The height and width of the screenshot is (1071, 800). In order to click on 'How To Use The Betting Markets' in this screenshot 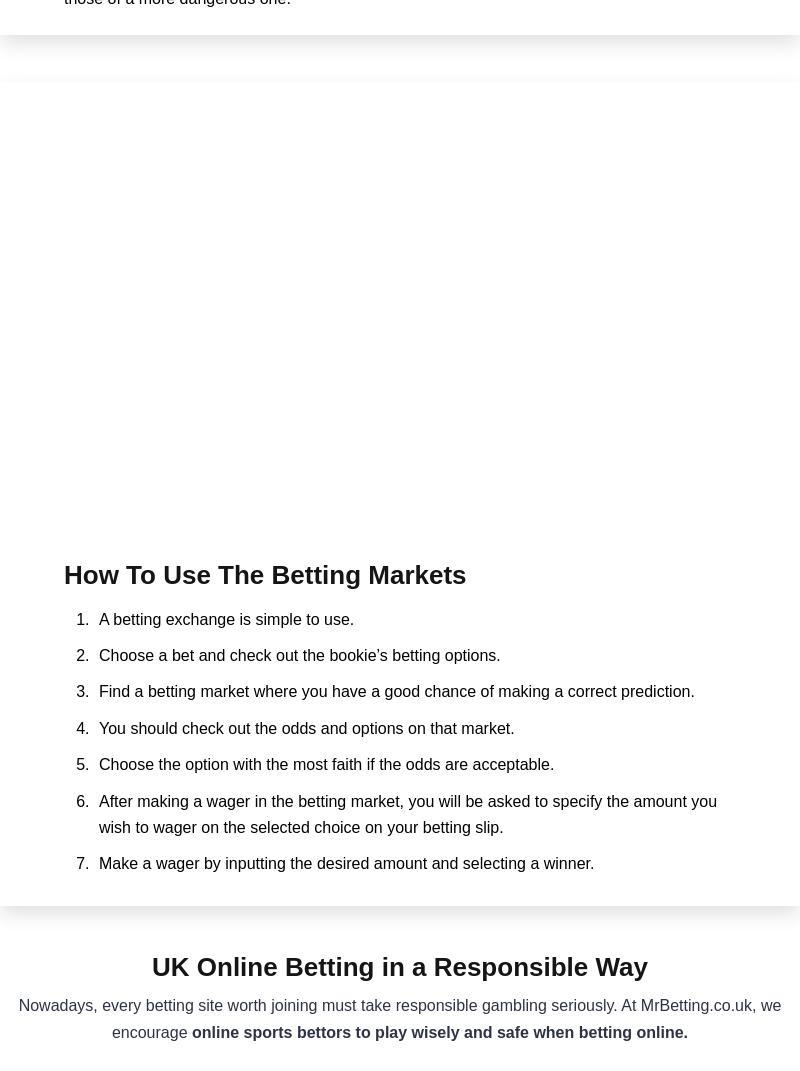, I will do `click(263, 575)`.